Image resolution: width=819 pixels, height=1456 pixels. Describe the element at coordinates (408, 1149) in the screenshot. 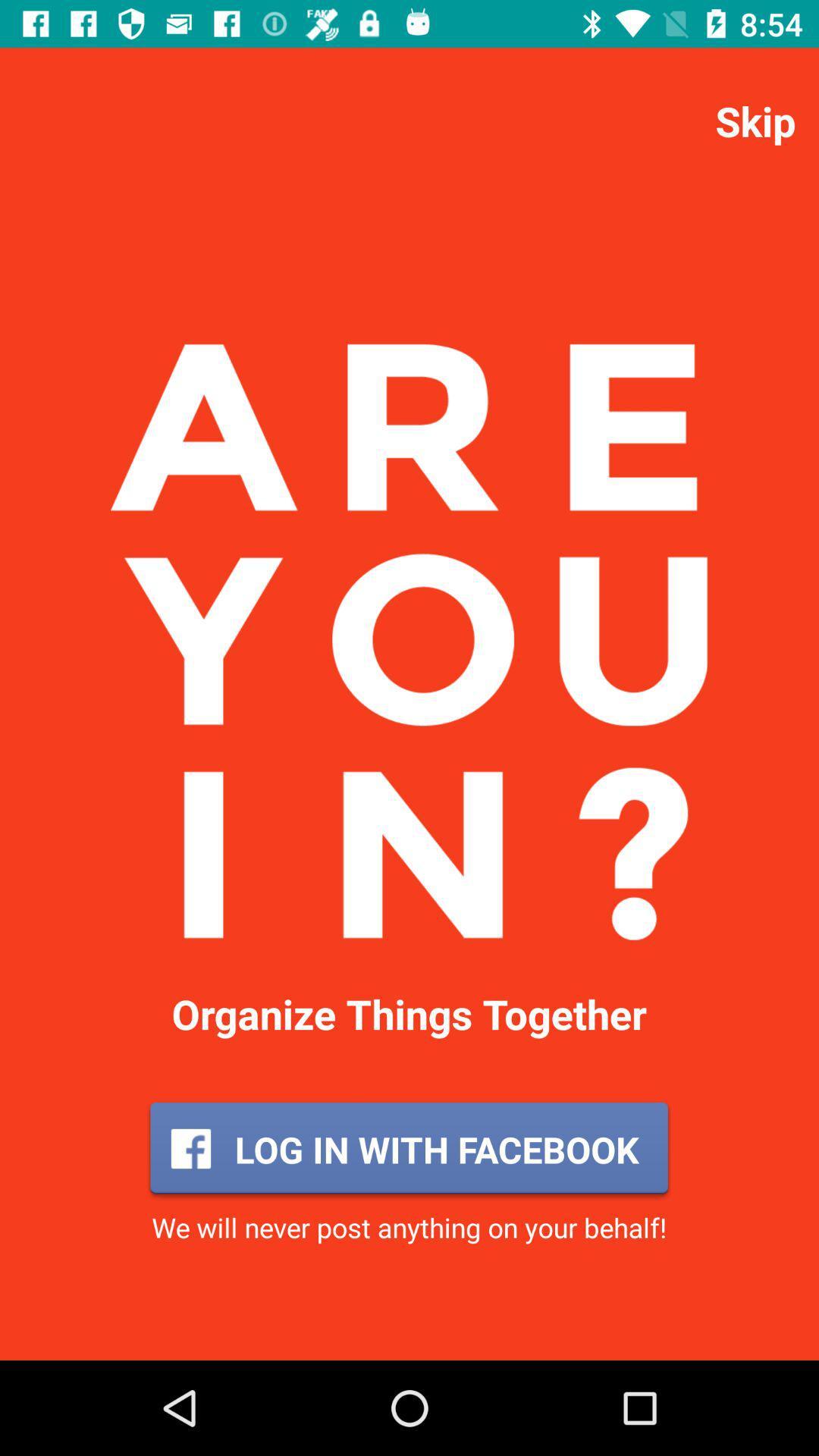

I see `the icon below organize things together icon` at that location.